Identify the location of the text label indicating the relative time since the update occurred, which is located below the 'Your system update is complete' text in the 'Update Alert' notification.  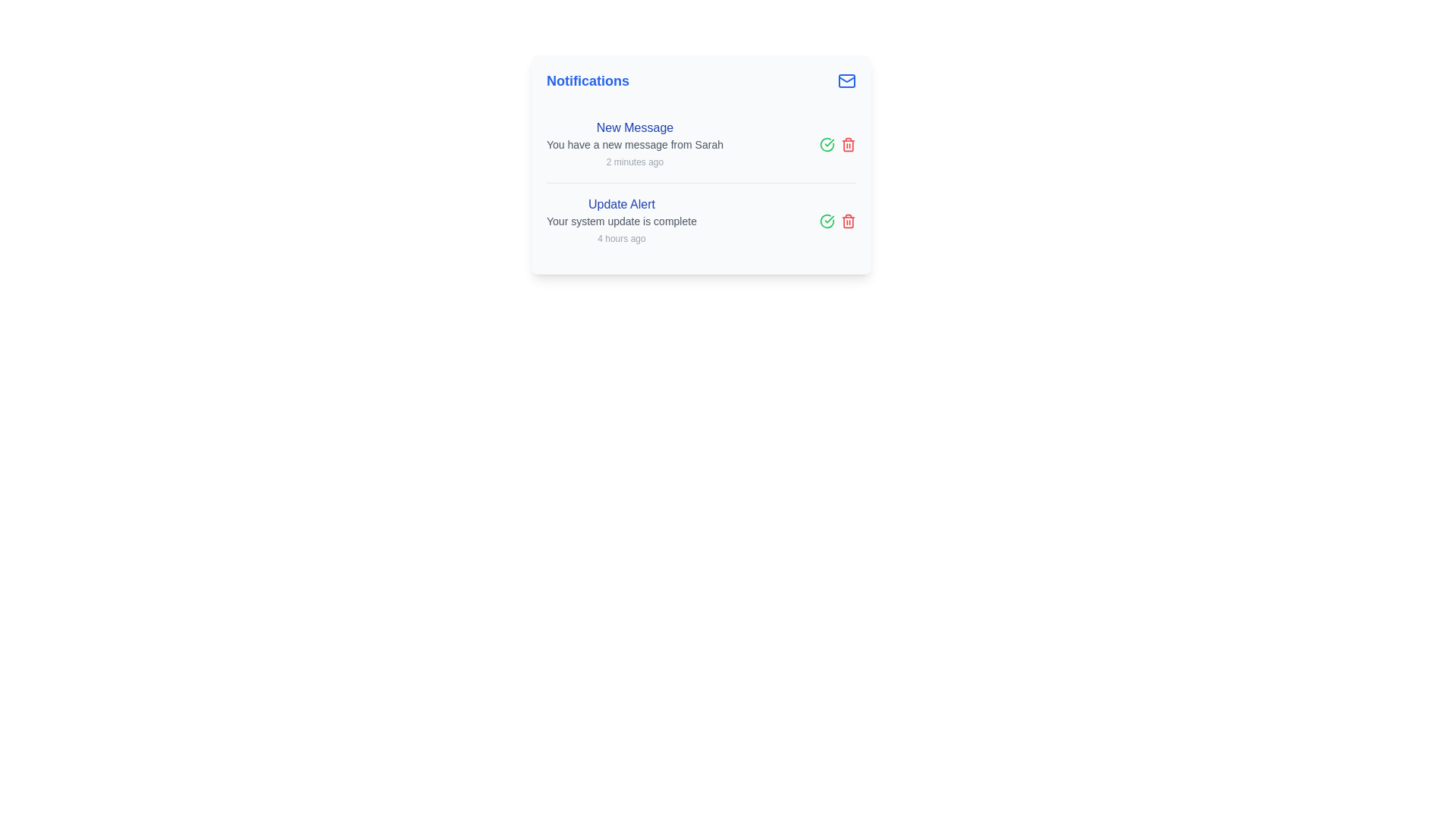
(622, 239).